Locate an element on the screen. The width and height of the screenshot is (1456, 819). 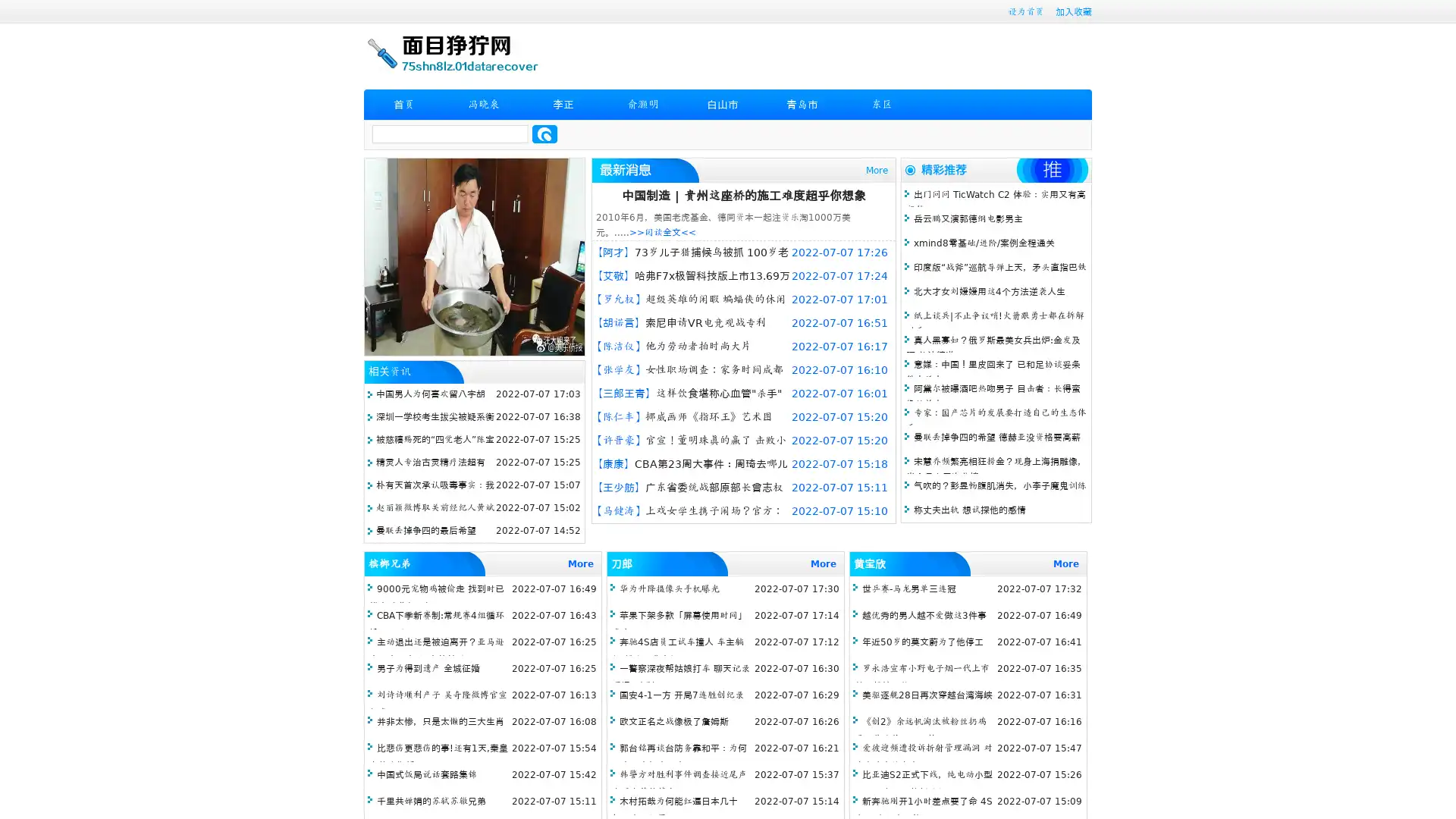
Search is located at coordinates (544, 133).